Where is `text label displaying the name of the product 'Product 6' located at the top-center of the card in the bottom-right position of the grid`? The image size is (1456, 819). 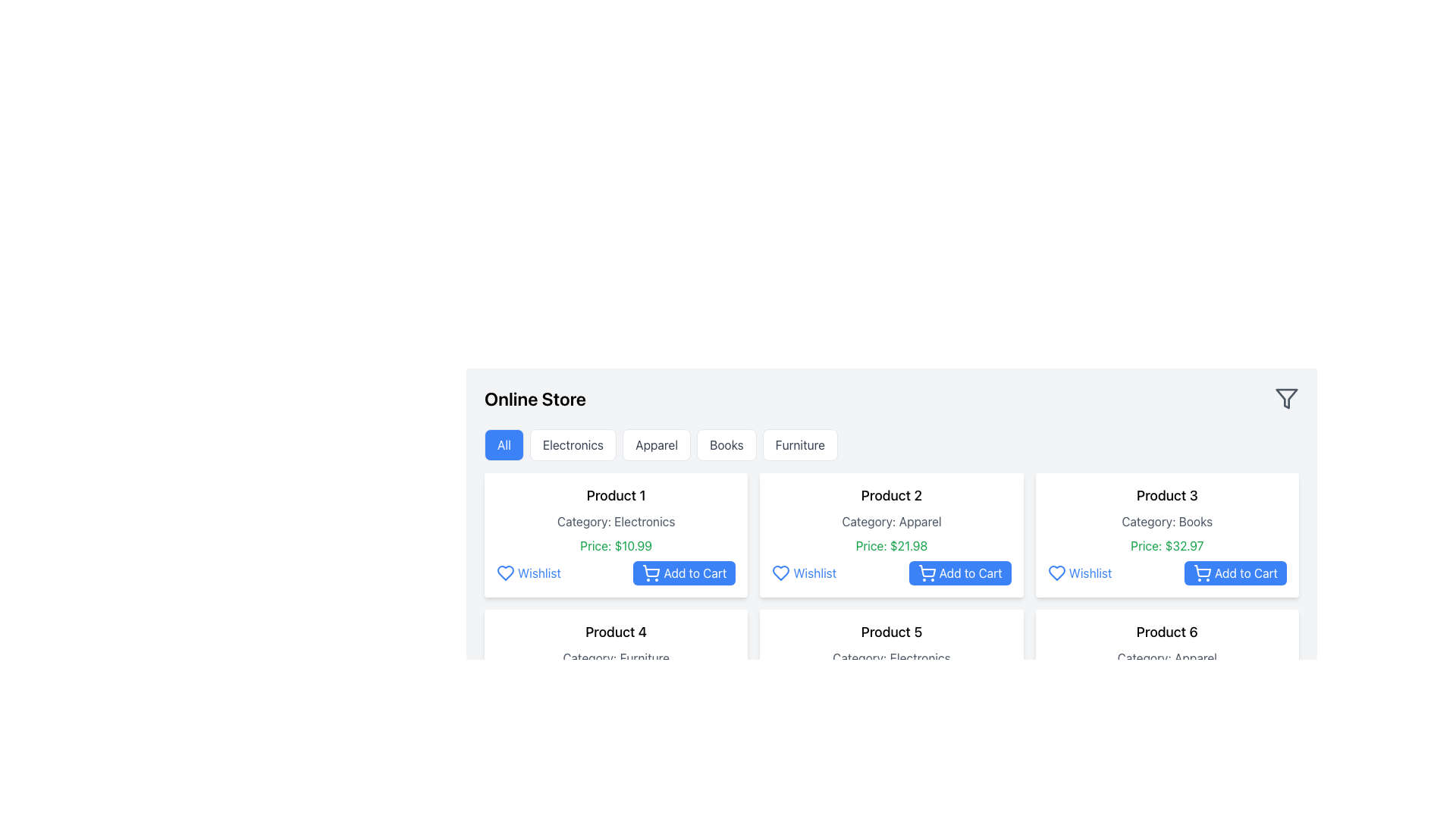 text label displaying the name of the product 'Product 6' located at the top-center of the card in the bottom-right position of the grid is located at coordinates (1166, 632).